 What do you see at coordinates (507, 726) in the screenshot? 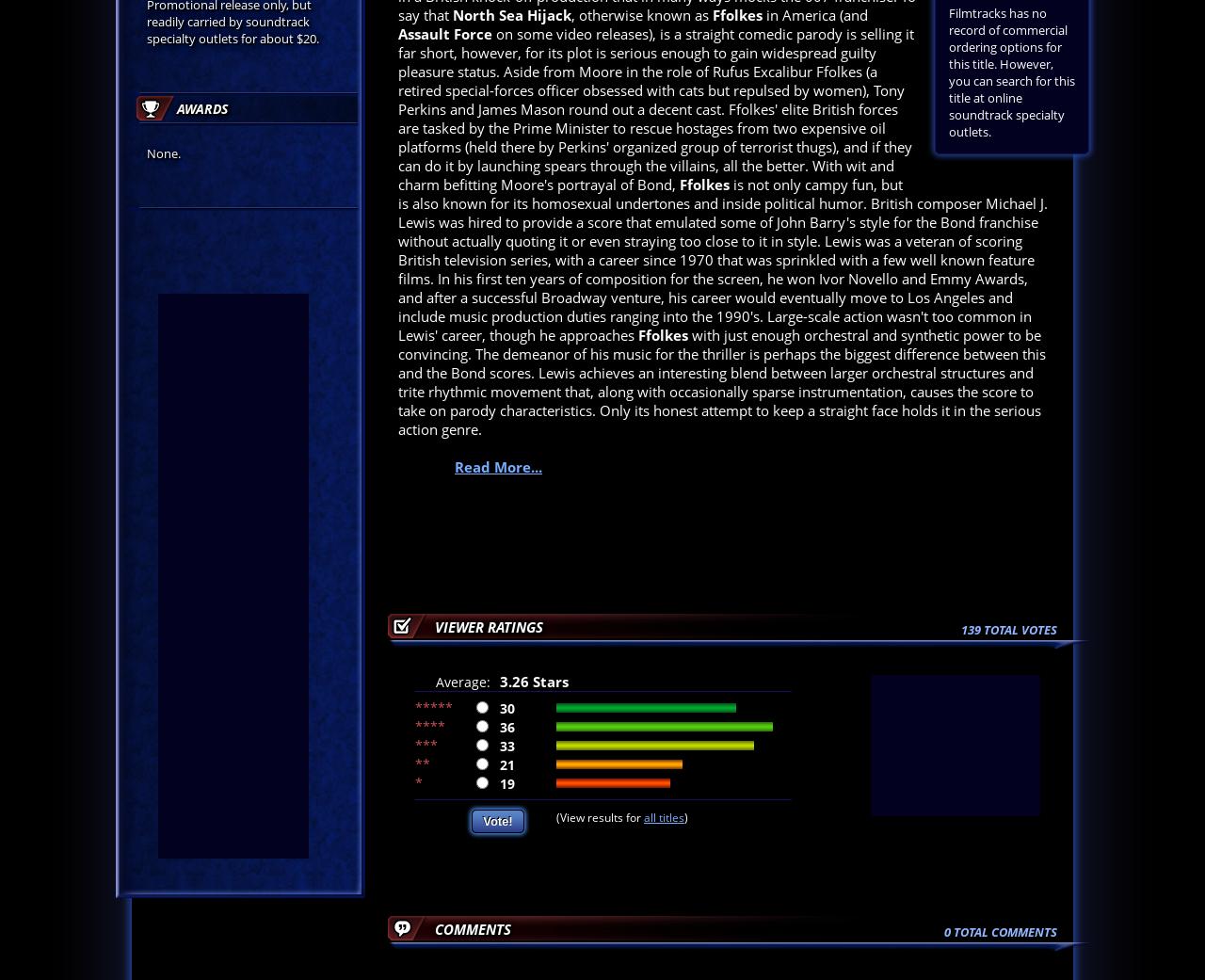
I see `'36'` at bounding box center [507, 726].